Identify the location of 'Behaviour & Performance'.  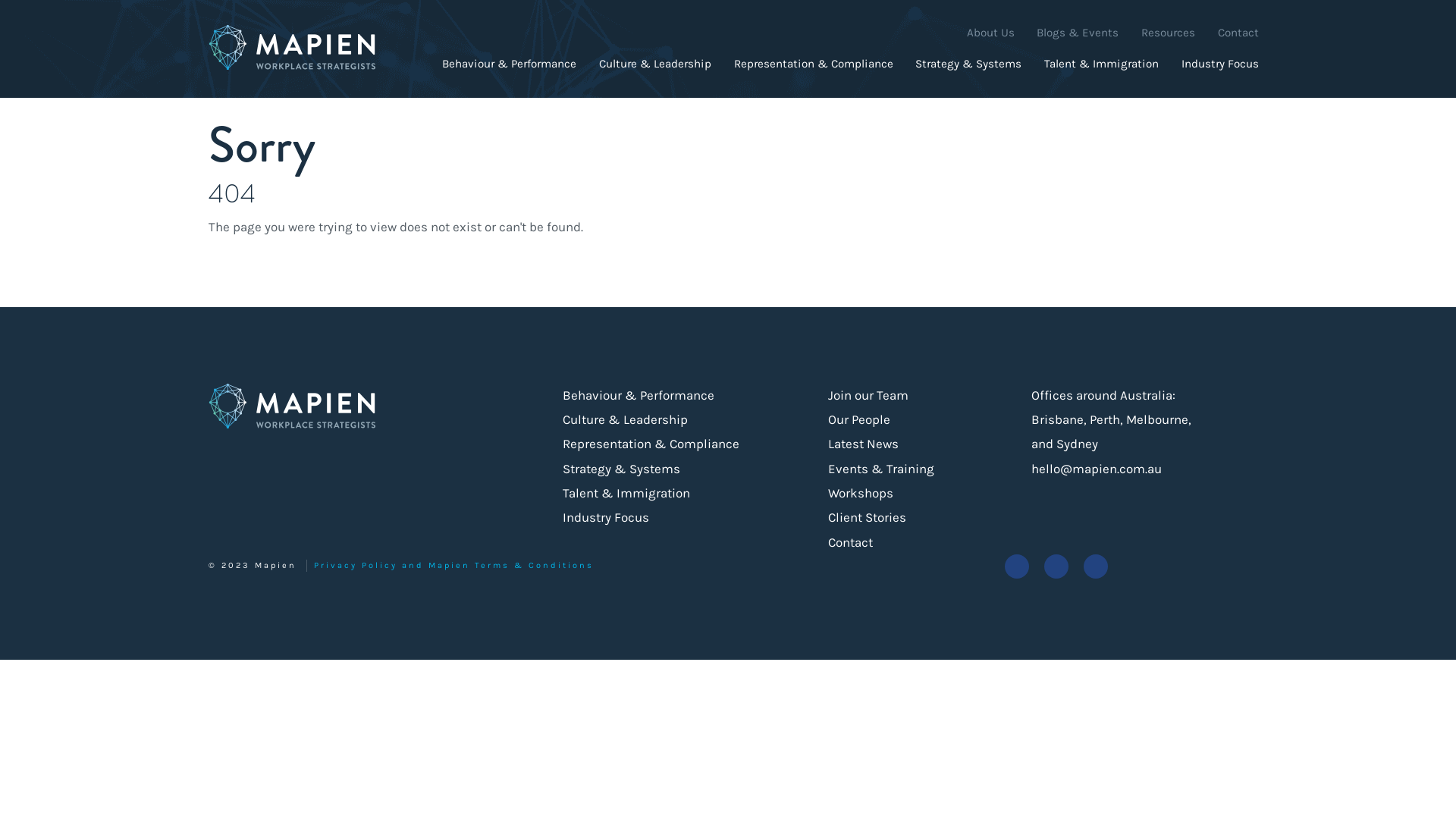
(638, 394).